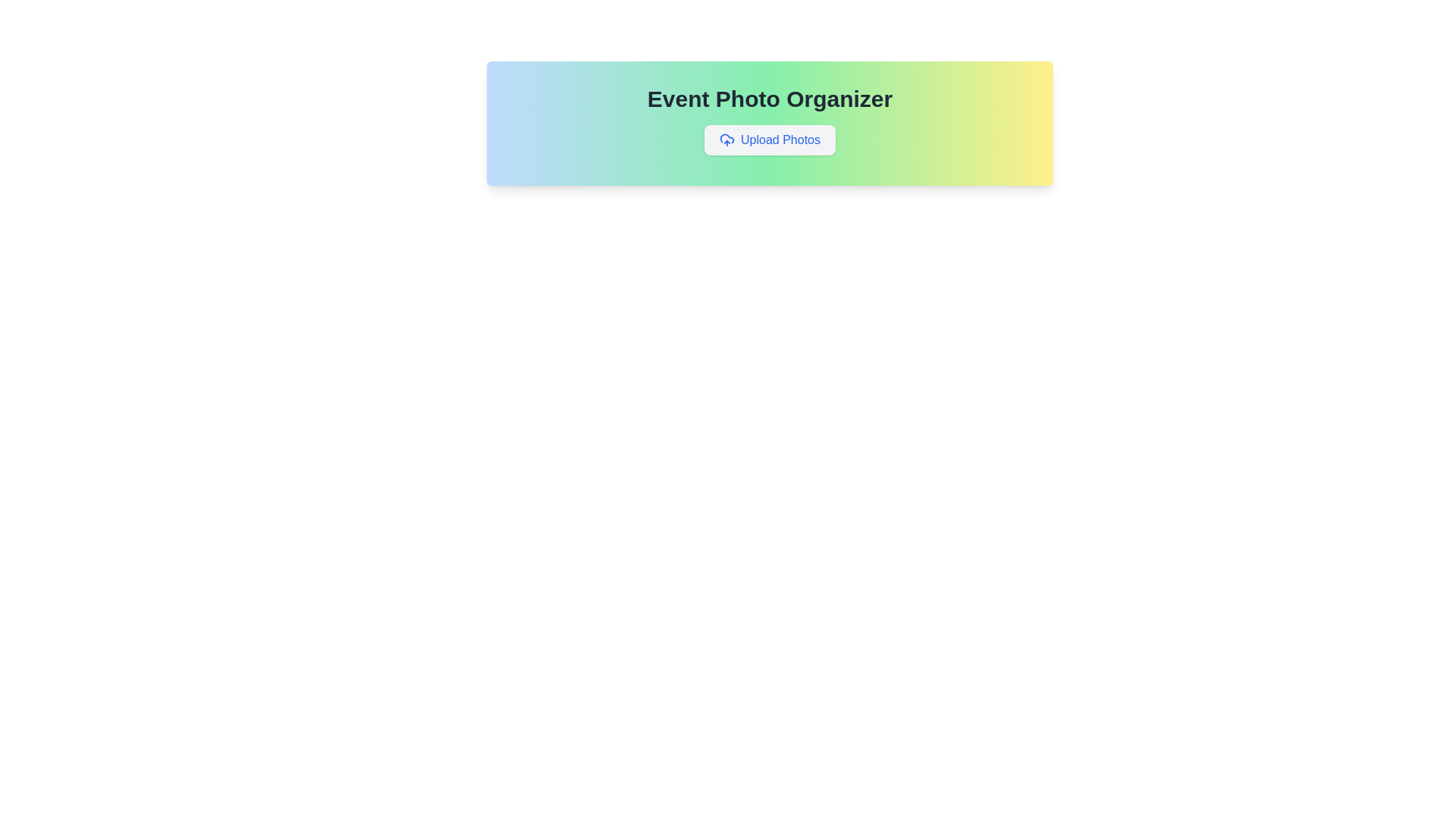 The image size is (1456, 819). What do you see at coordinates (770, 99) in the screenshot?
I see `the text header displaying 'Event Photo Organizer', which is styled with a large bold font and centered alignment on a gradient background` at bounding box center [770, 99].